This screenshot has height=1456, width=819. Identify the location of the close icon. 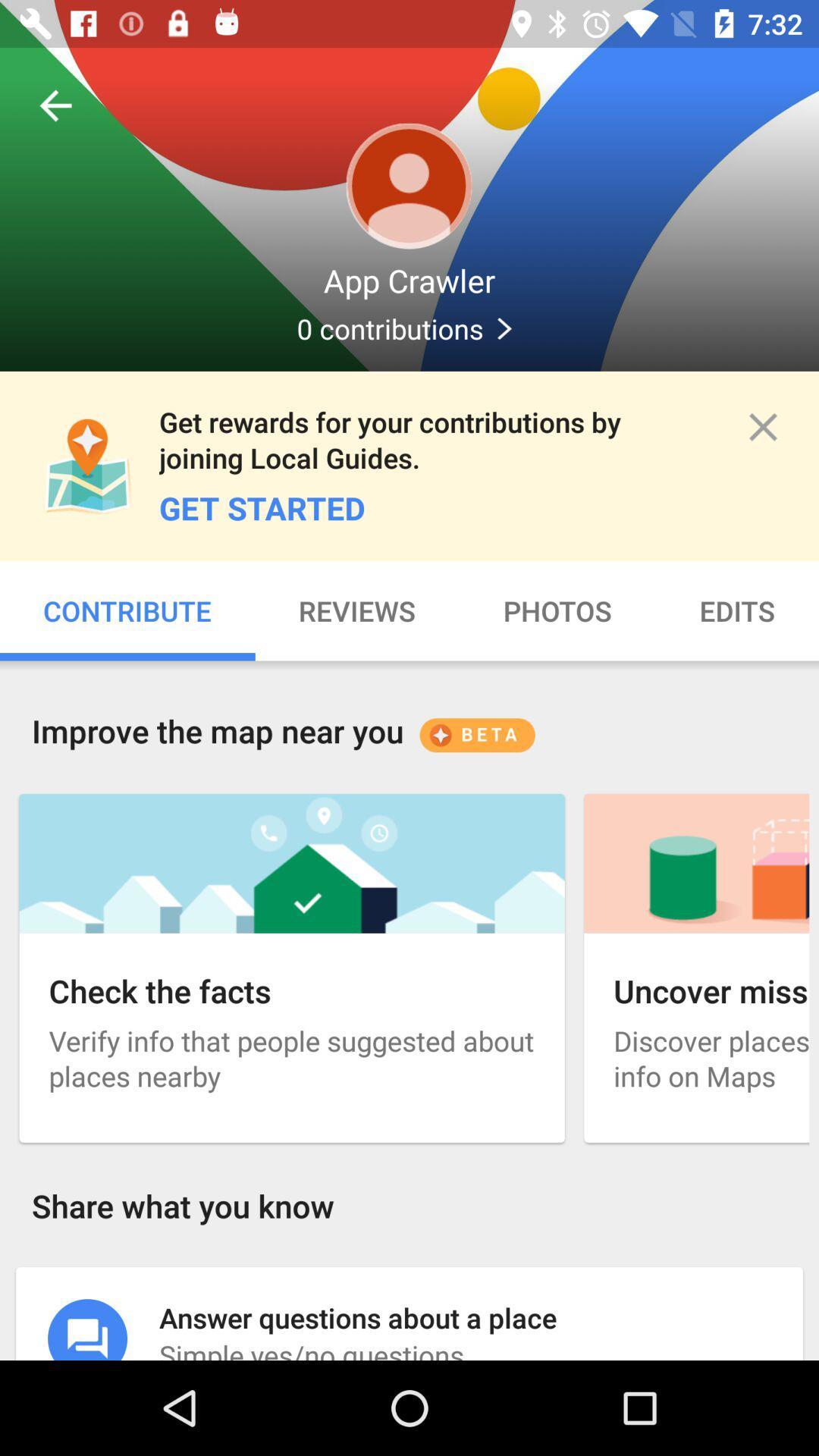
(763, 426).